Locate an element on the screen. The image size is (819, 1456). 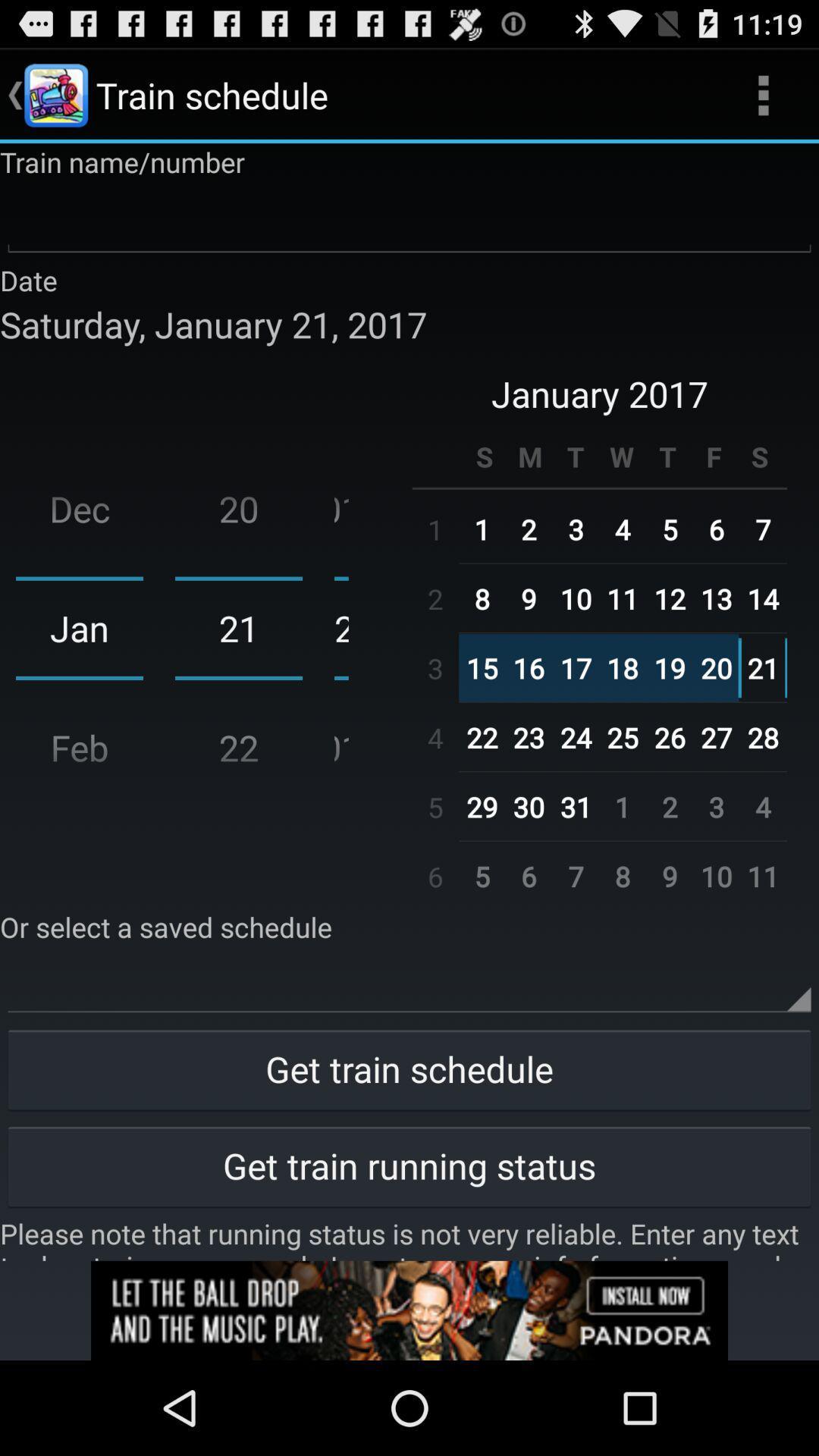
input train name or identifier number is located at coordinates (409, 220).